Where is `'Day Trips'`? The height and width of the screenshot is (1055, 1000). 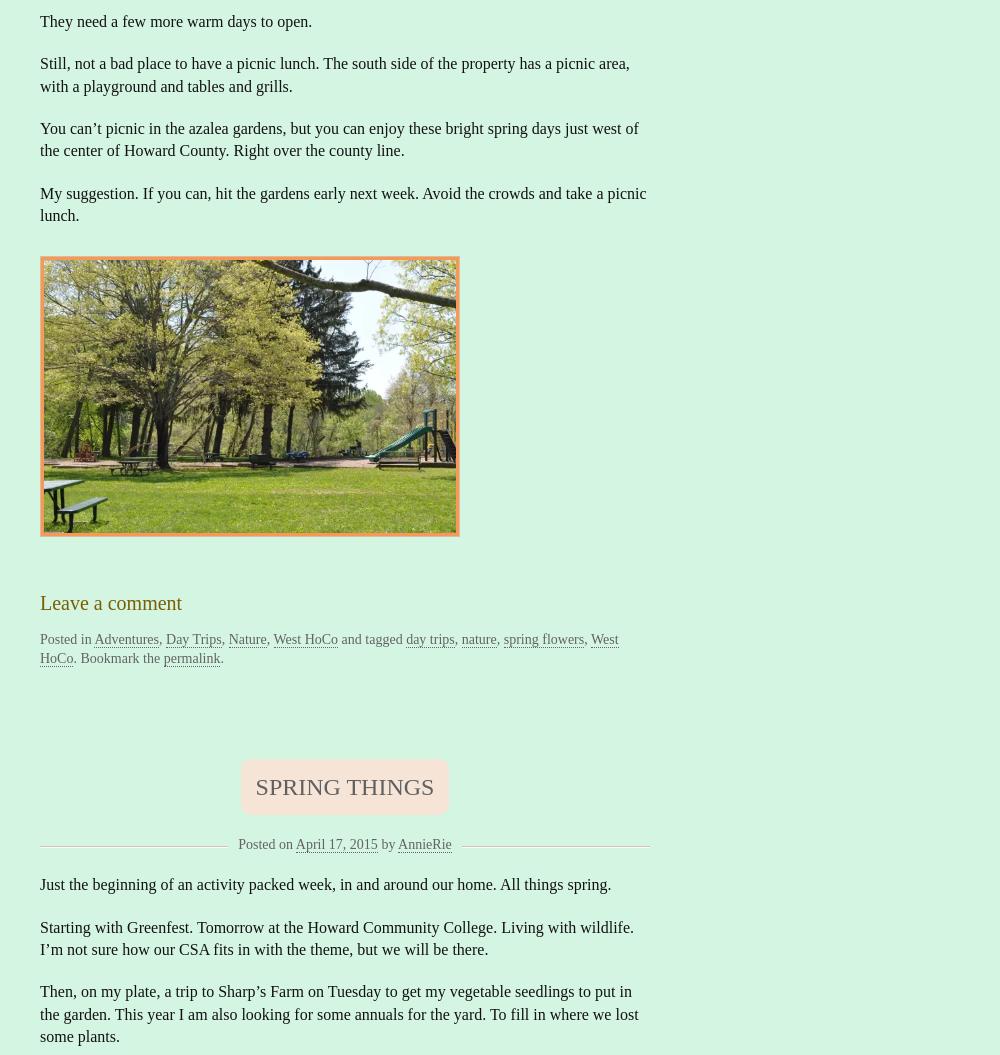 'Day Trips' is located at coordinates (166, 638).